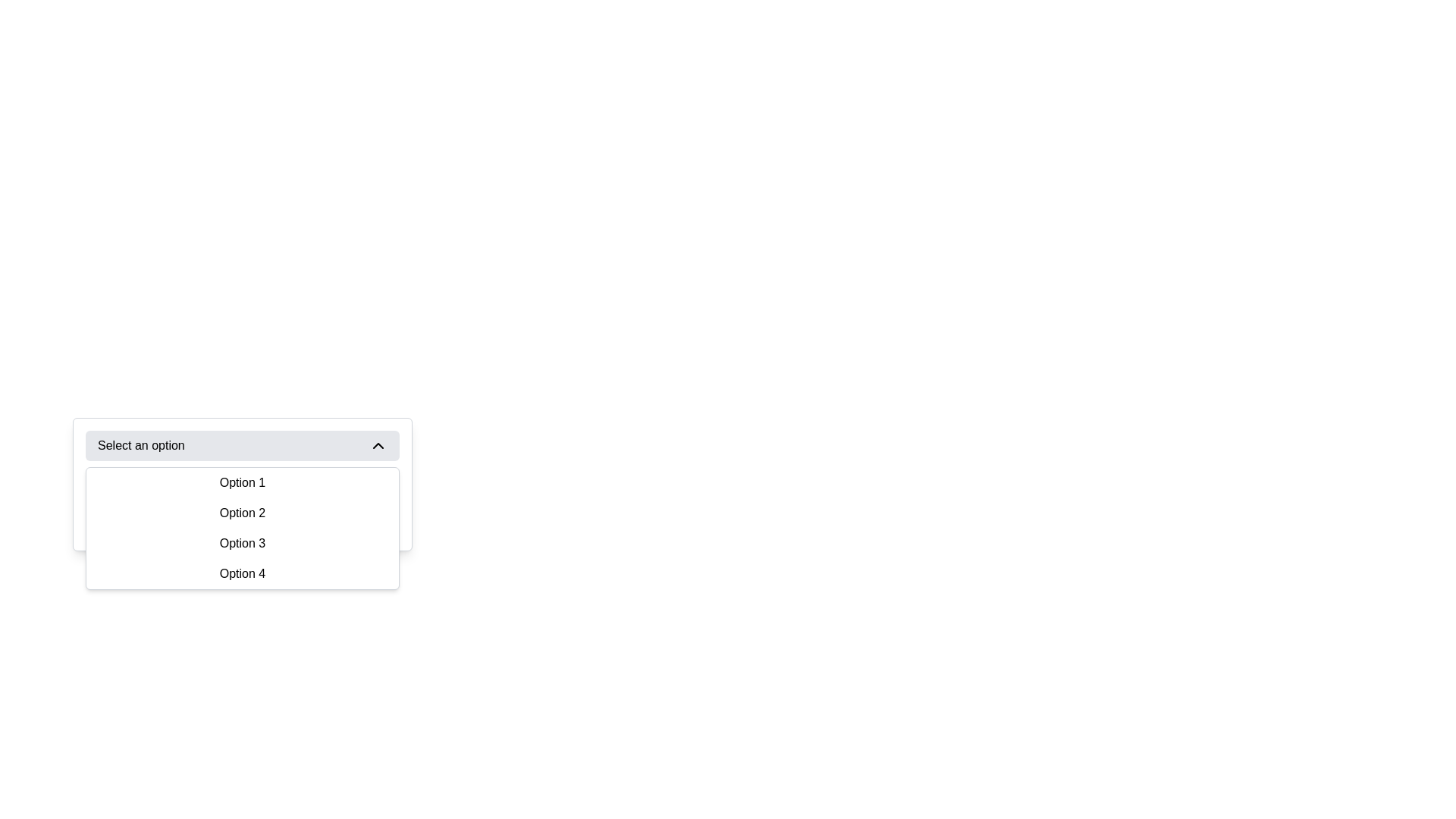 Image resolution: width=1456 pixels, height=819 pixels. I want to click on the menu item displaying 'Option 4' in bold black font, so click(243, 573).